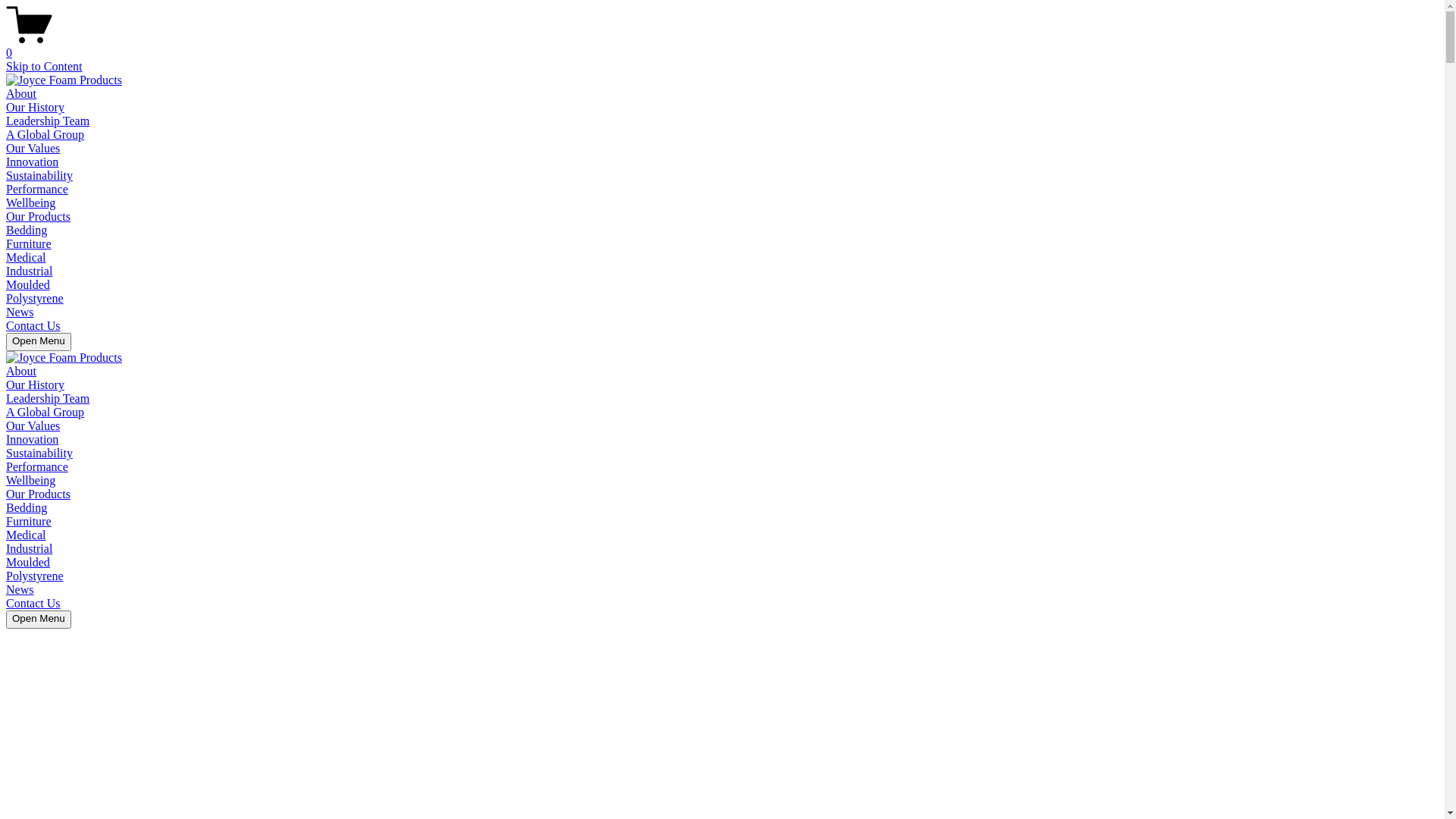  Describe the element at coordinates (35, 298) in the screenshot. I see `'Polystyrene'` at that location.